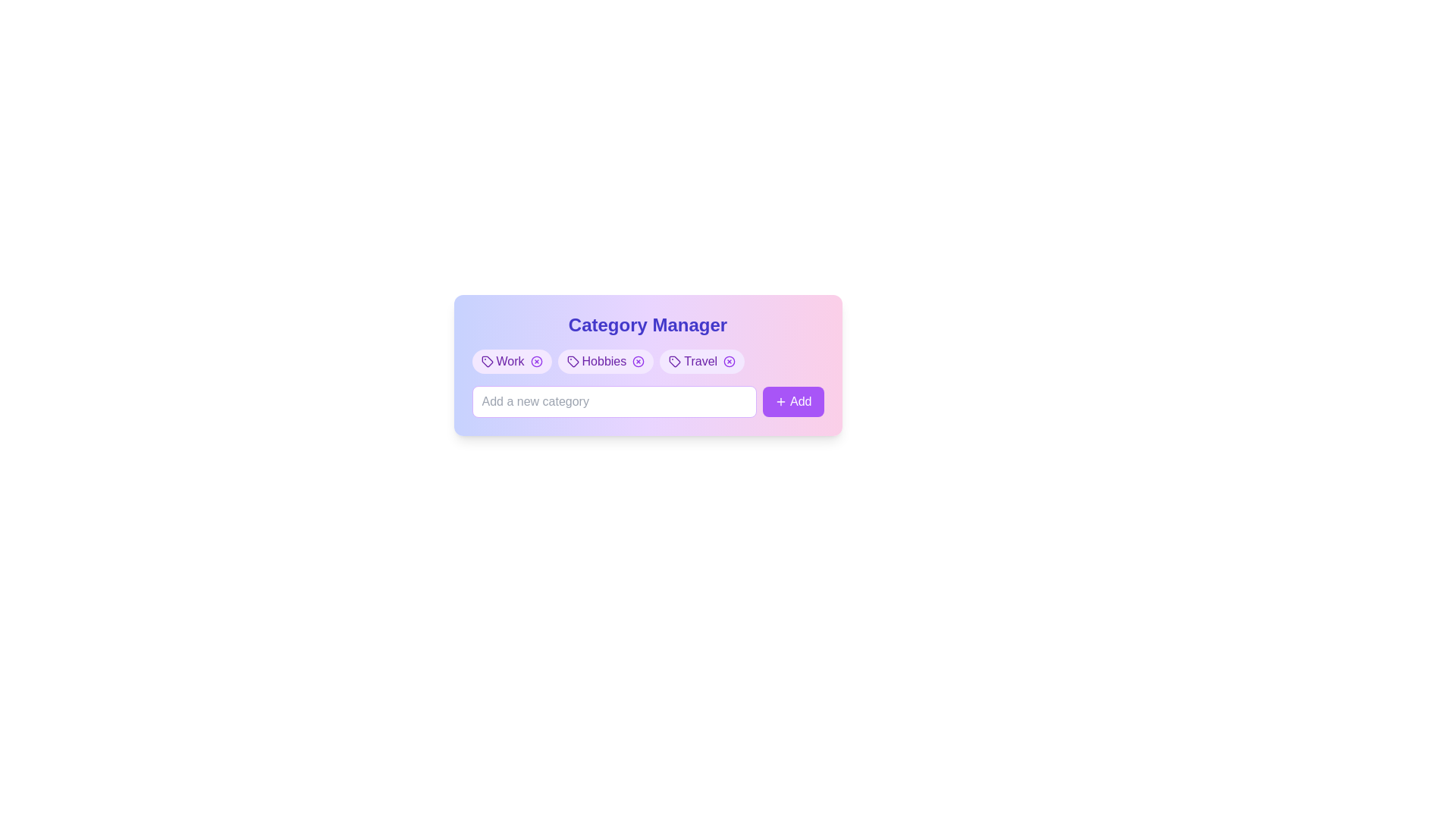 The width and height of the screenshot is (1456, 819). I want to click on the circular graphical element styled as part of a deletion option inside the 'Travel' tag in the category manager interface, so click(730, 362).